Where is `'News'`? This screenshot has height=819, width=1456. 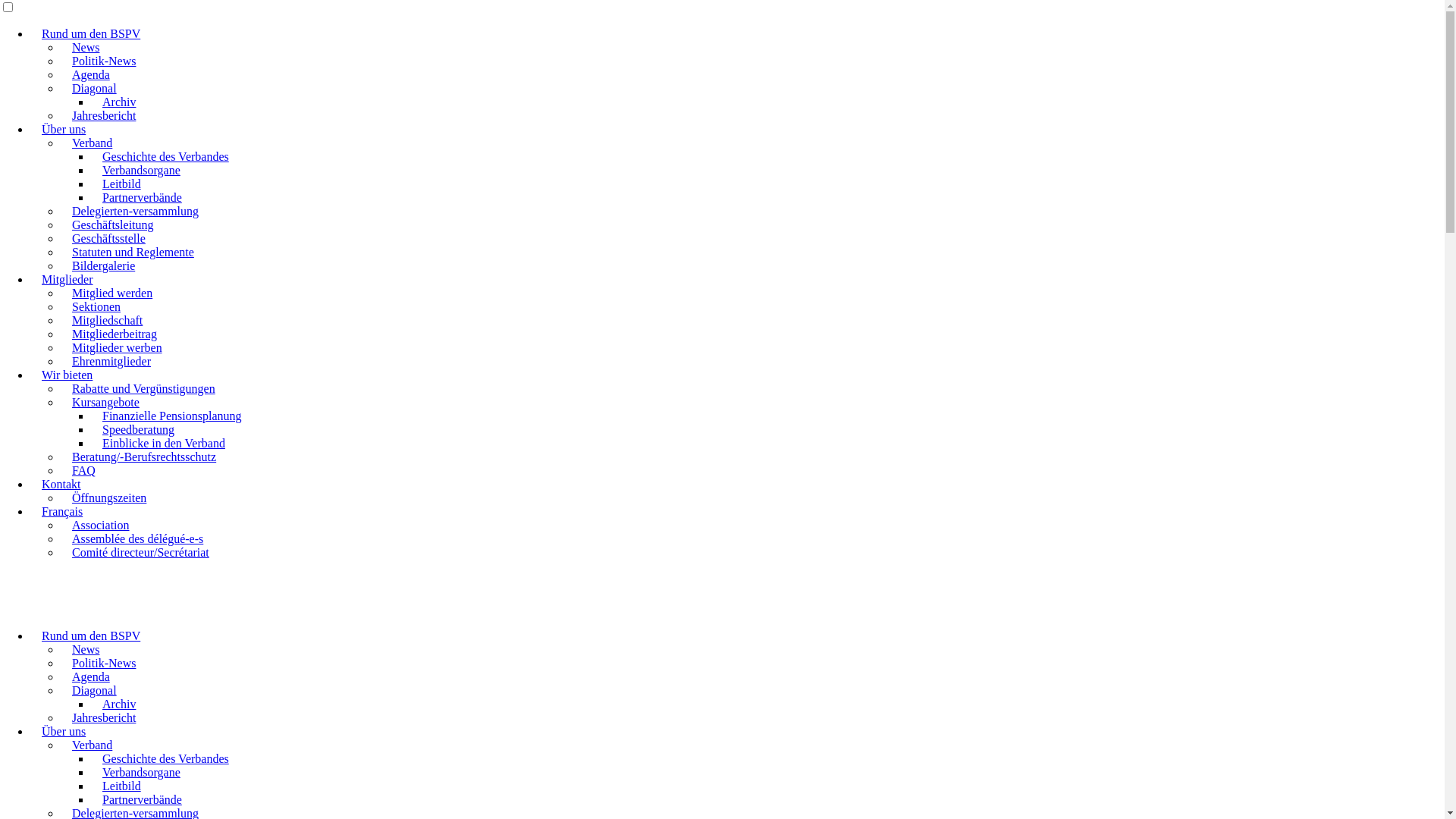
'News' is located at coordinates (85, 648).